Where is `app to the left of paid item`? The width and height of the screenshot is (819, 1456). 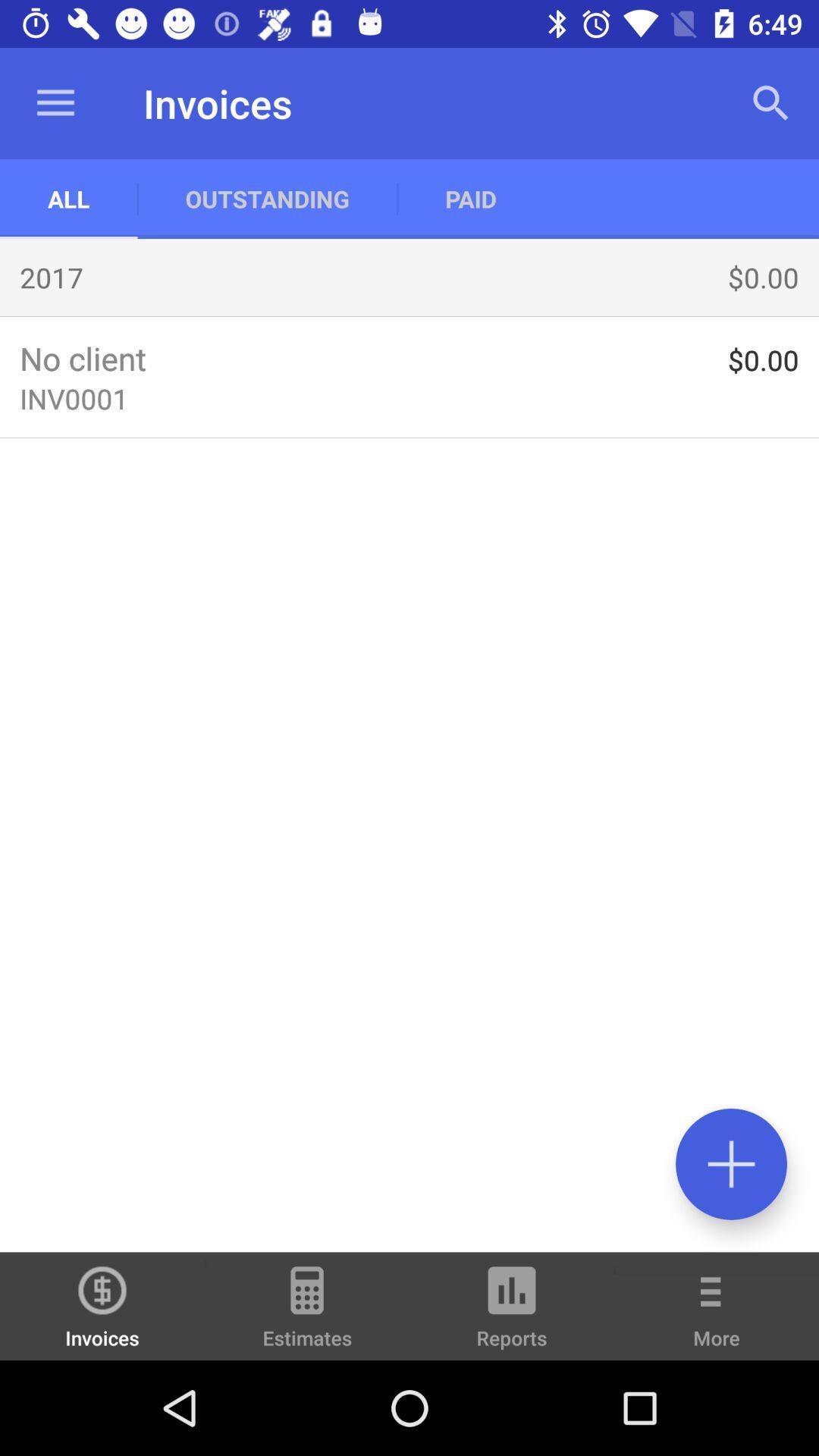
app to the left of paid item is located at coordinates (266, 198).